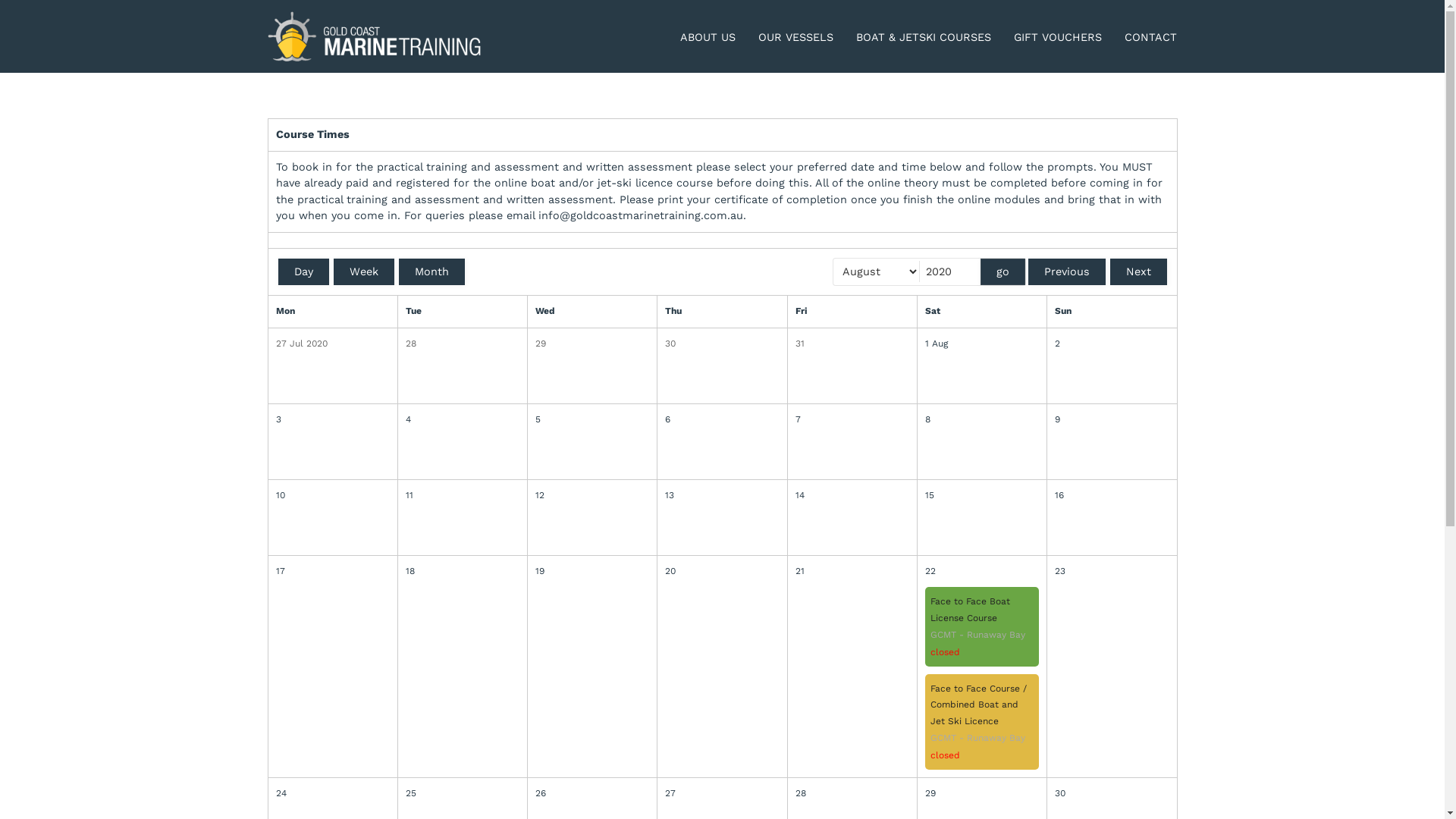  What do you see at coordinates (303, 271) in the screenshot?
I see `'Day'` at bounding box center [303, 271].